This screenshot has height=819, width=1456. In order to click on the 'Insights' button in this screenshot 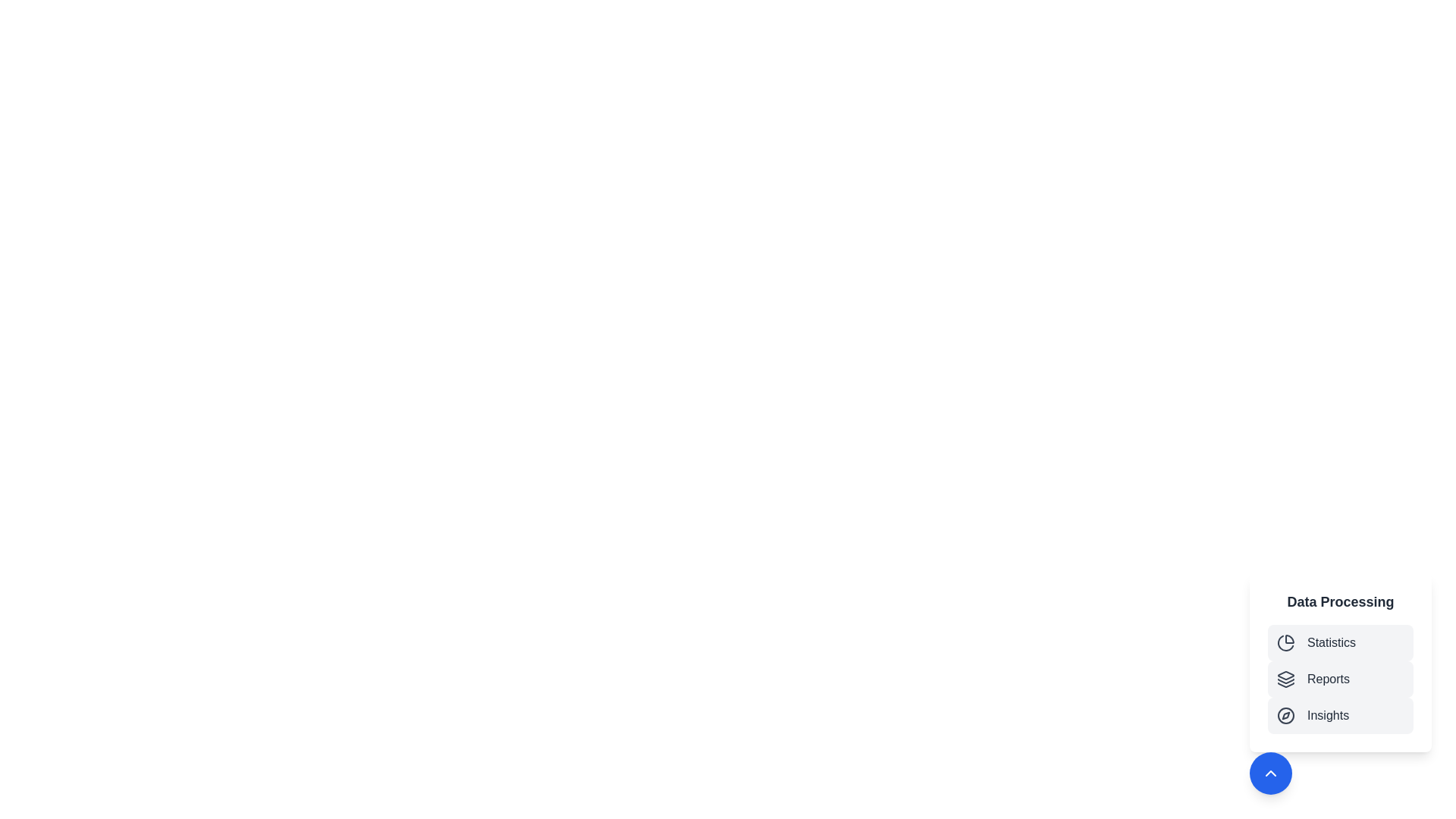, I will do `click(1340, 716)`.